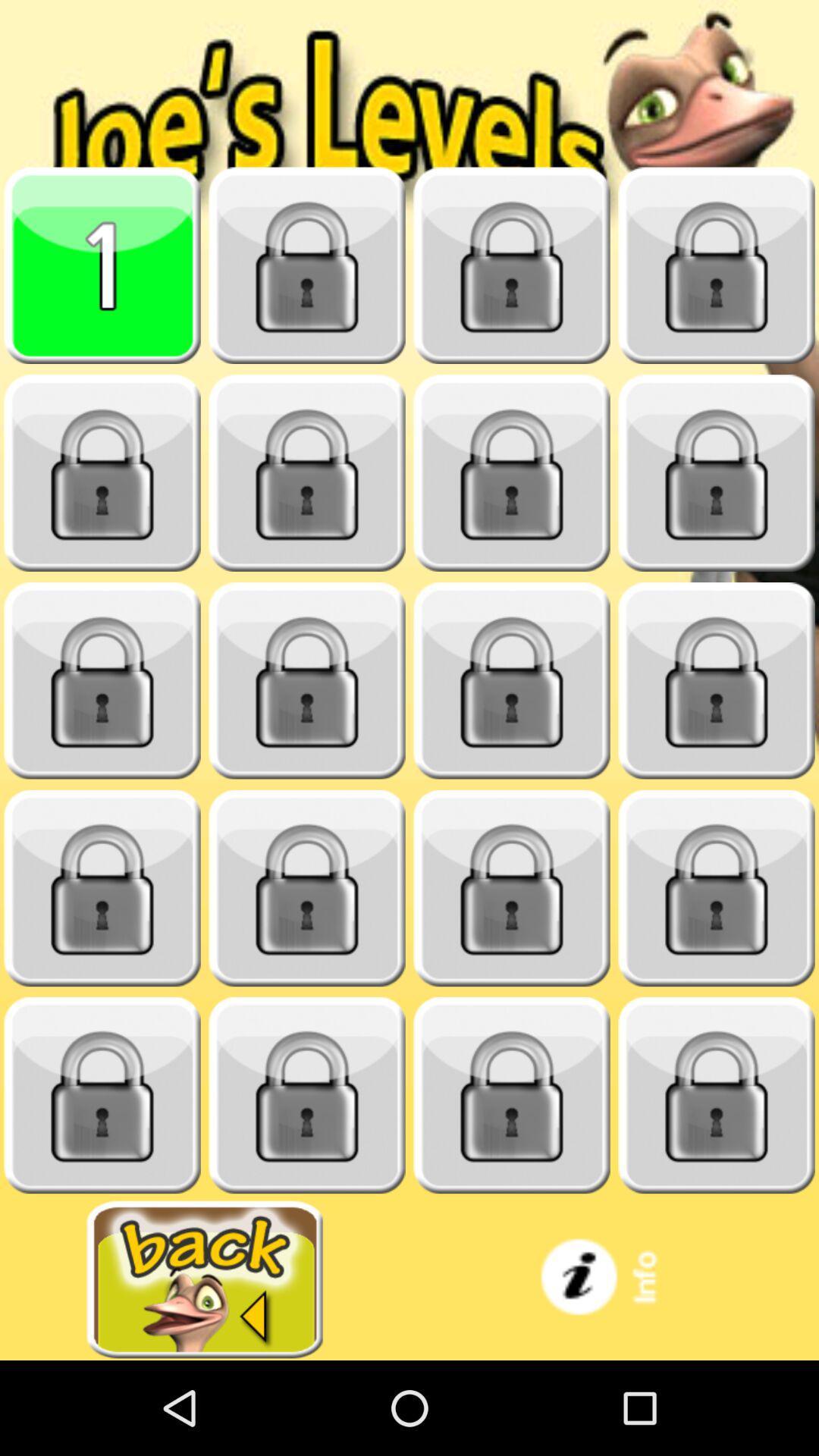 Image resolution: width=819 pixels, height=1456 pixels. I want to click on unlock level, so click(307, 1095).